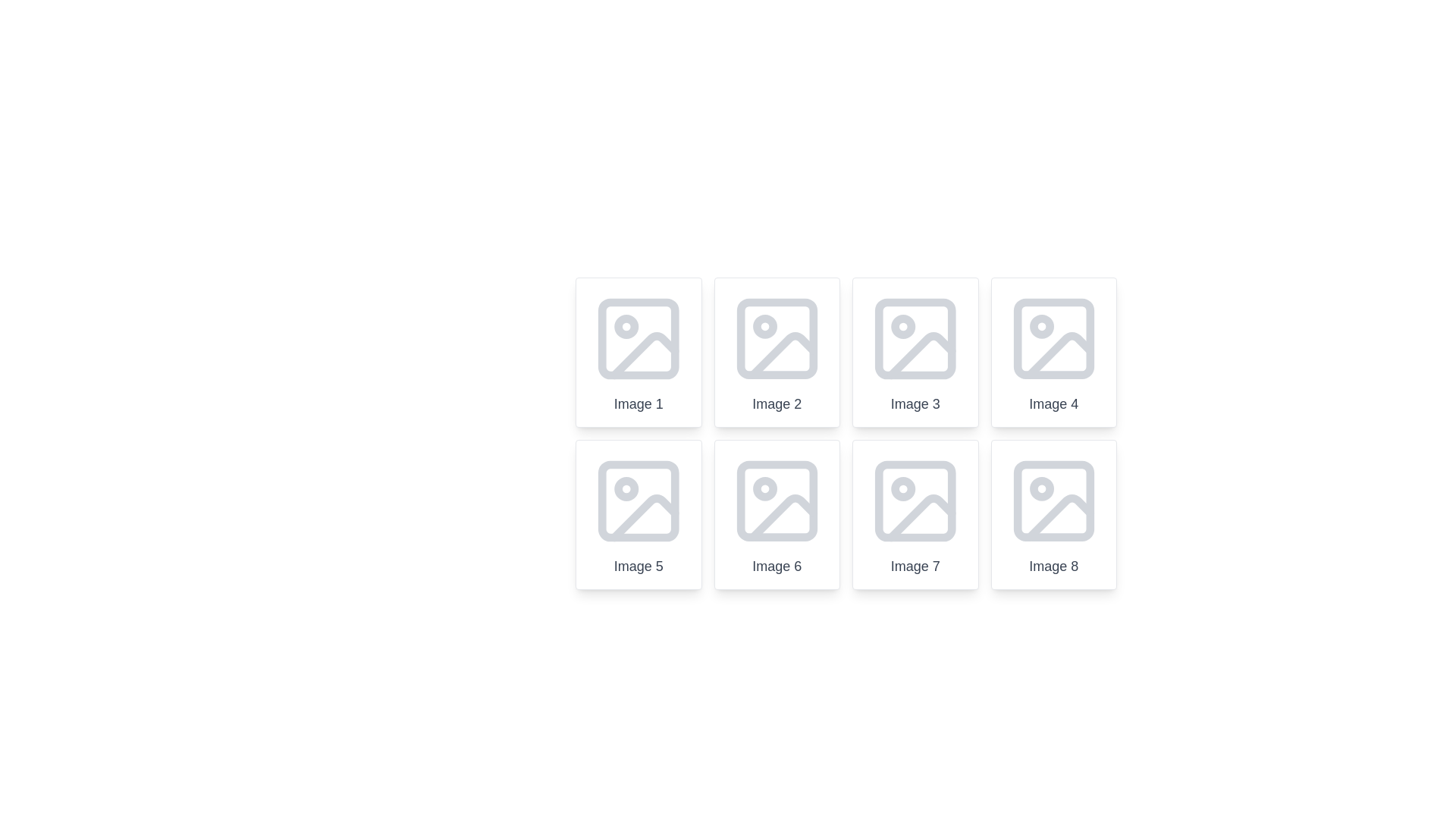 The image size is (1456, 819). I want to click on the Icon component located within the first image placeholder labeled 'Image 1', positioned in the top-left quadrant of the placeholder, so click(626, 326).